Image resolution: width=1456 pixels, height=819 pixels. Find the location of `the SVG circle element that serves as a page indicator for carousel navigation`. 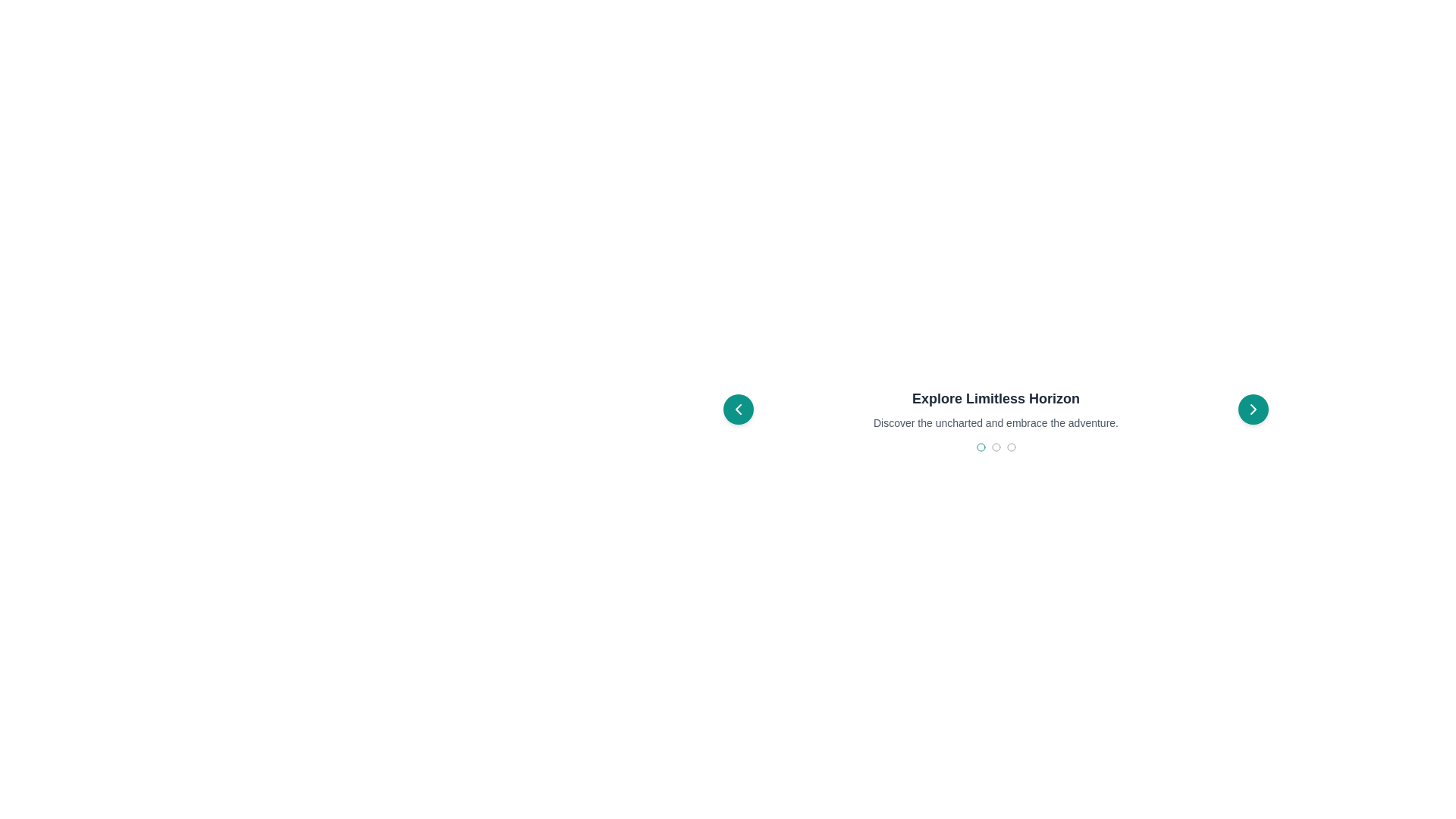

the SVG circle element that serves as a page indicator for carousel navigation is located at coordinates (996, 447).